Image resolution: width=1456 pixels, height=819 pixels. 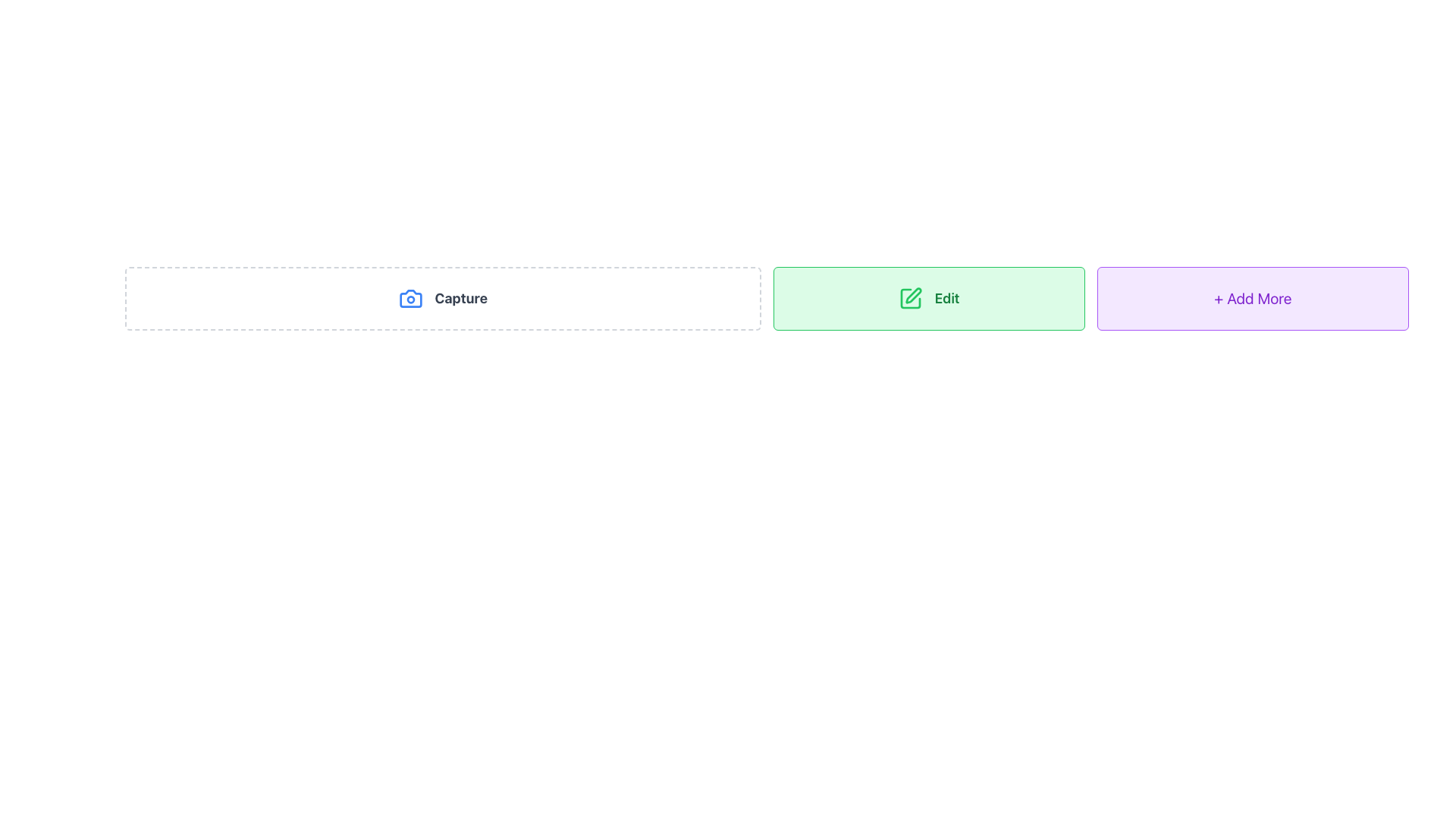 What do you see at coordinates (1253, 298) in the screenshot?
I see `text displayed in the '+ Add More' label, which is a purple text label inside a rectangular button-like structure on the right side of the interface` at bounding box center [1253, 298].